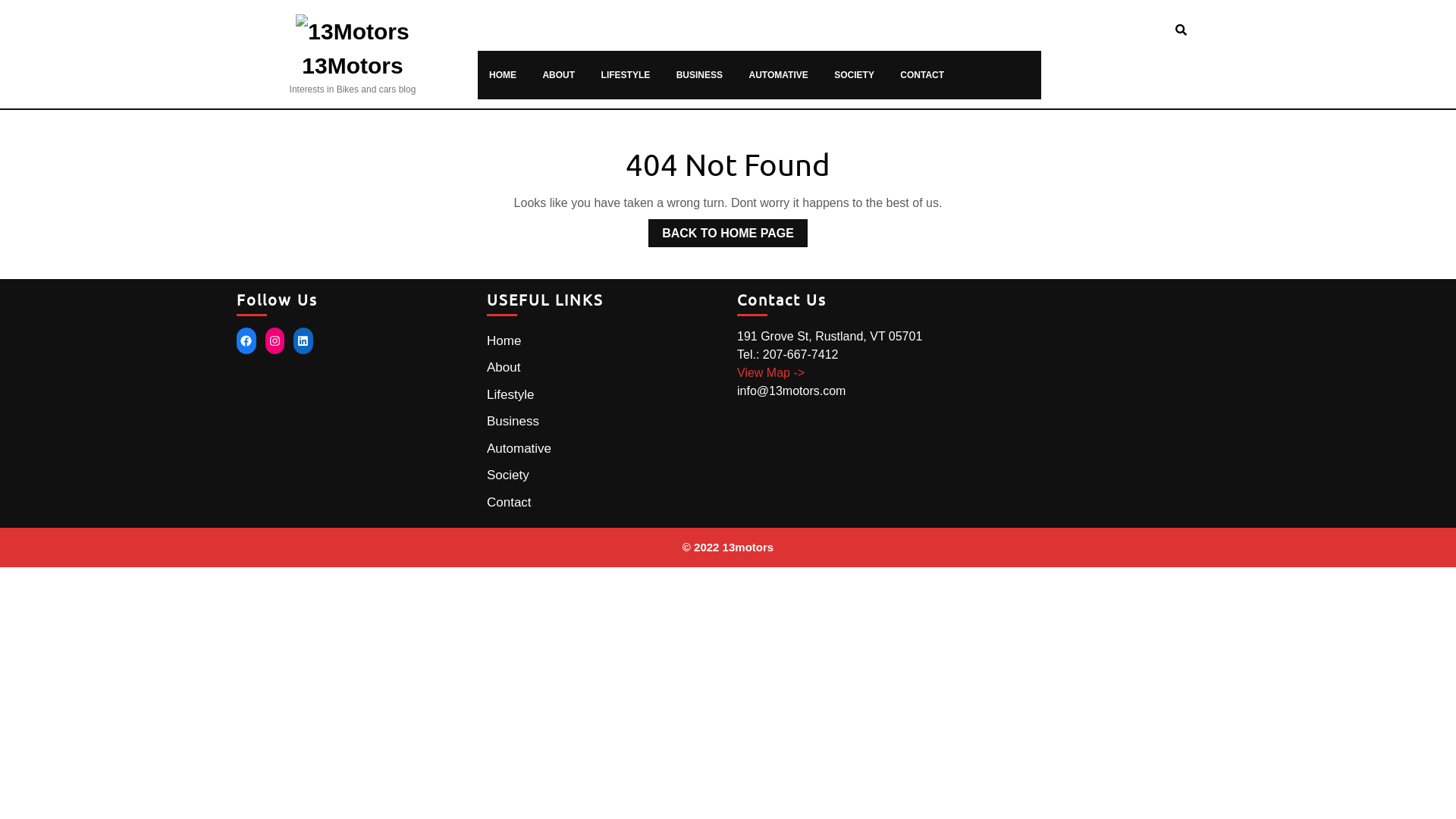  What do you see at coordinates (510, 394) in the screenshot?
I see `'Lifestyle'` at bounding box center [510, 394].